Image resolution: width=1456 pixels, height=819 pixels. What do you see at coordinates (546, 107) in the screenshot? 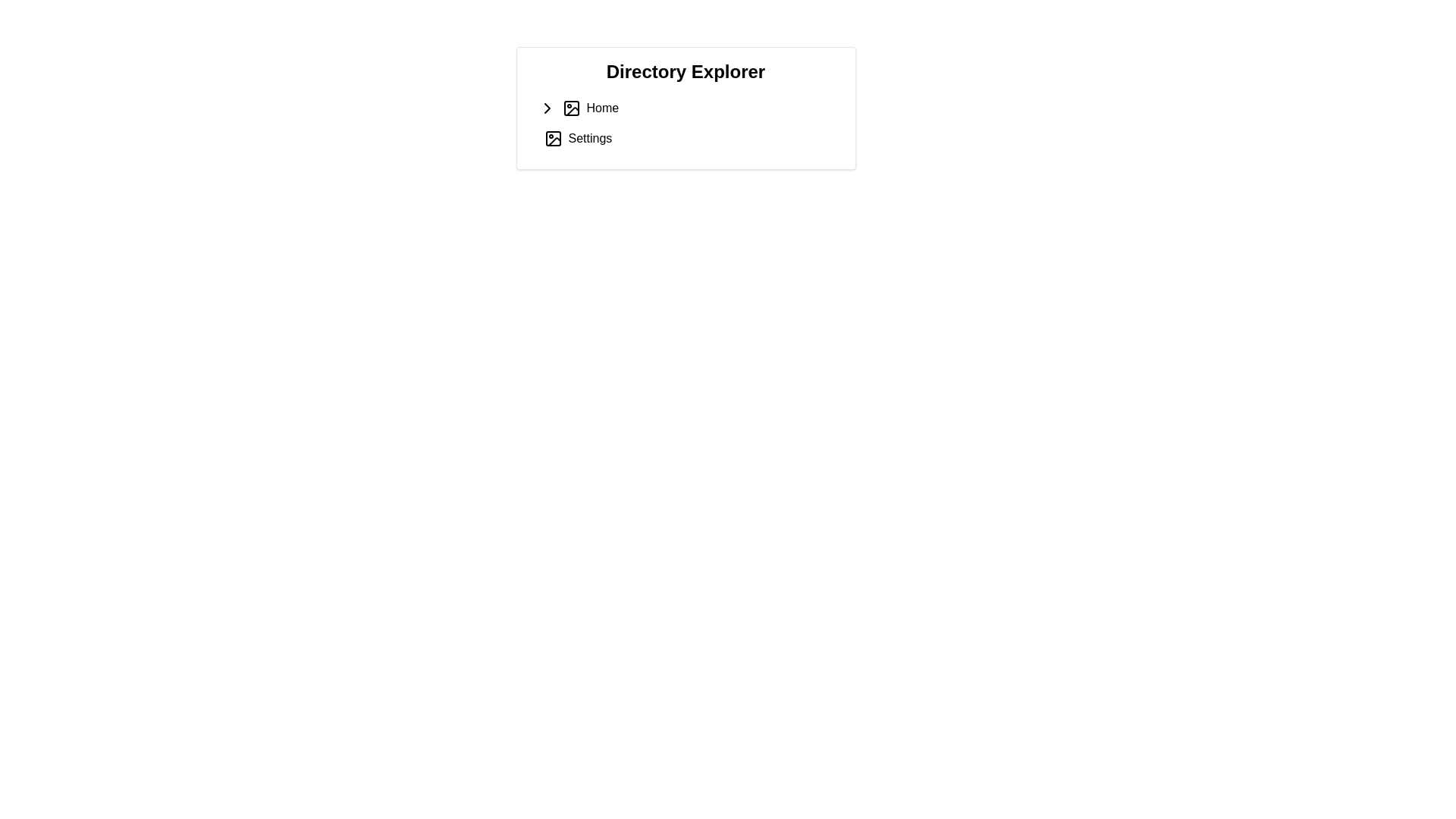
I see `the right-pointing chevron icon within the compact square frame, which is the first visual element in the 'Home' entry` at bounding box center [546, 107].